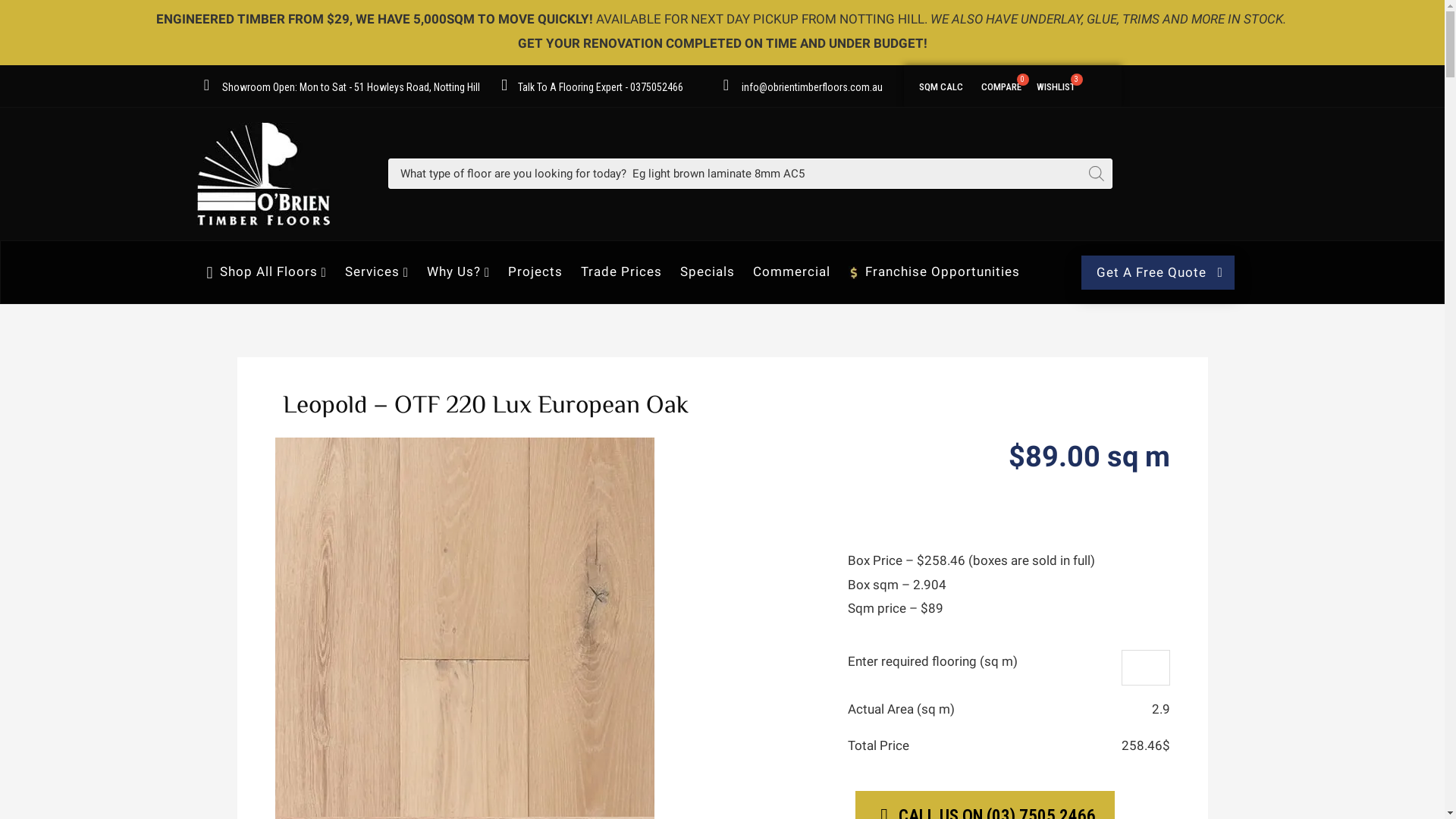 This screenshot has width=1456, height=819. What do you see at coordinates (1156, 271) in the screenshot?
I see `'Get A Free Quote'` at bounding box center [1156, 271].